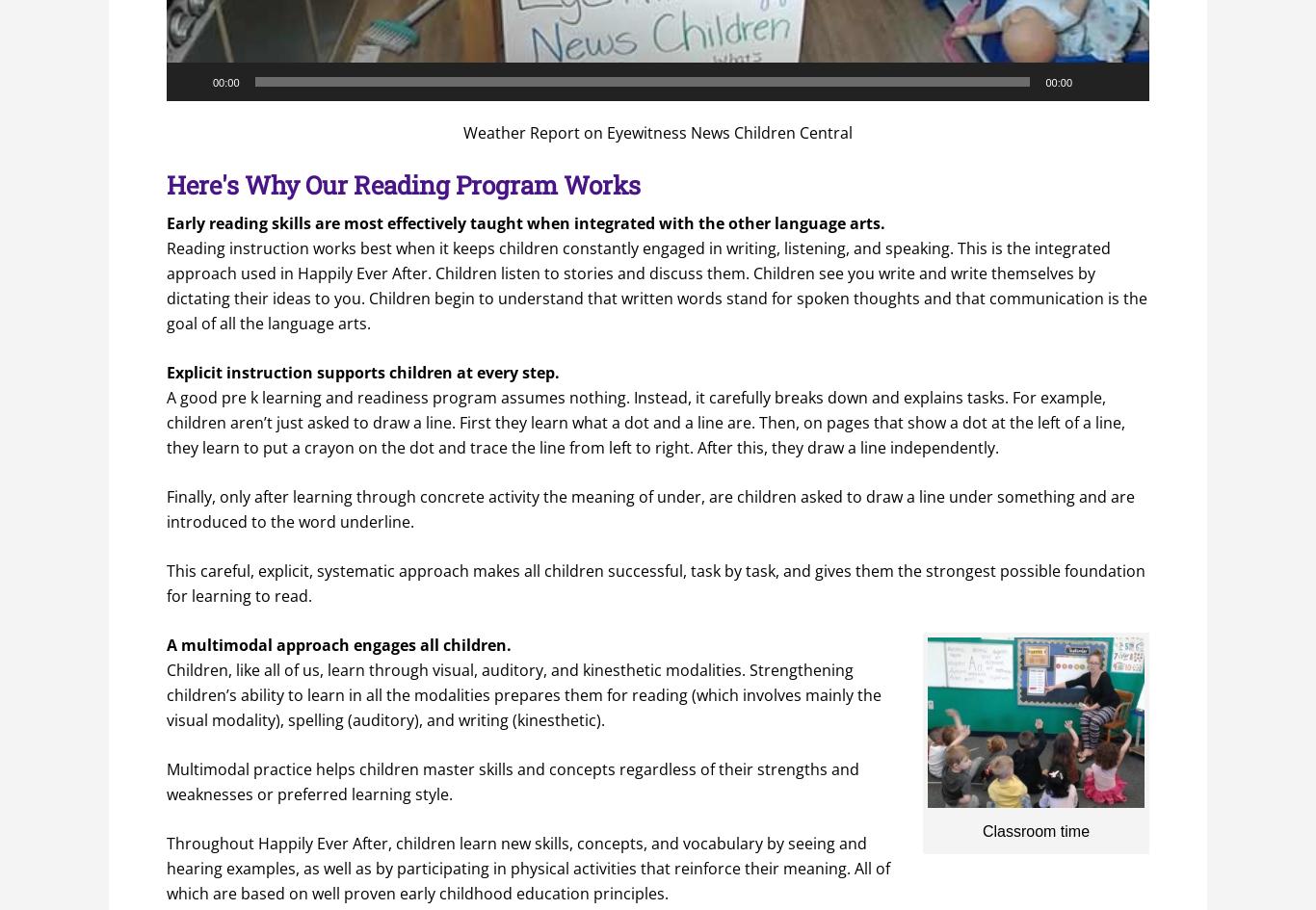  What do you see at coordinates (525, 221) in the screenshot?
I see `'Early reading skills are most effectively taught when integrated with the other language arts.'` at bounding box center [525, 221].